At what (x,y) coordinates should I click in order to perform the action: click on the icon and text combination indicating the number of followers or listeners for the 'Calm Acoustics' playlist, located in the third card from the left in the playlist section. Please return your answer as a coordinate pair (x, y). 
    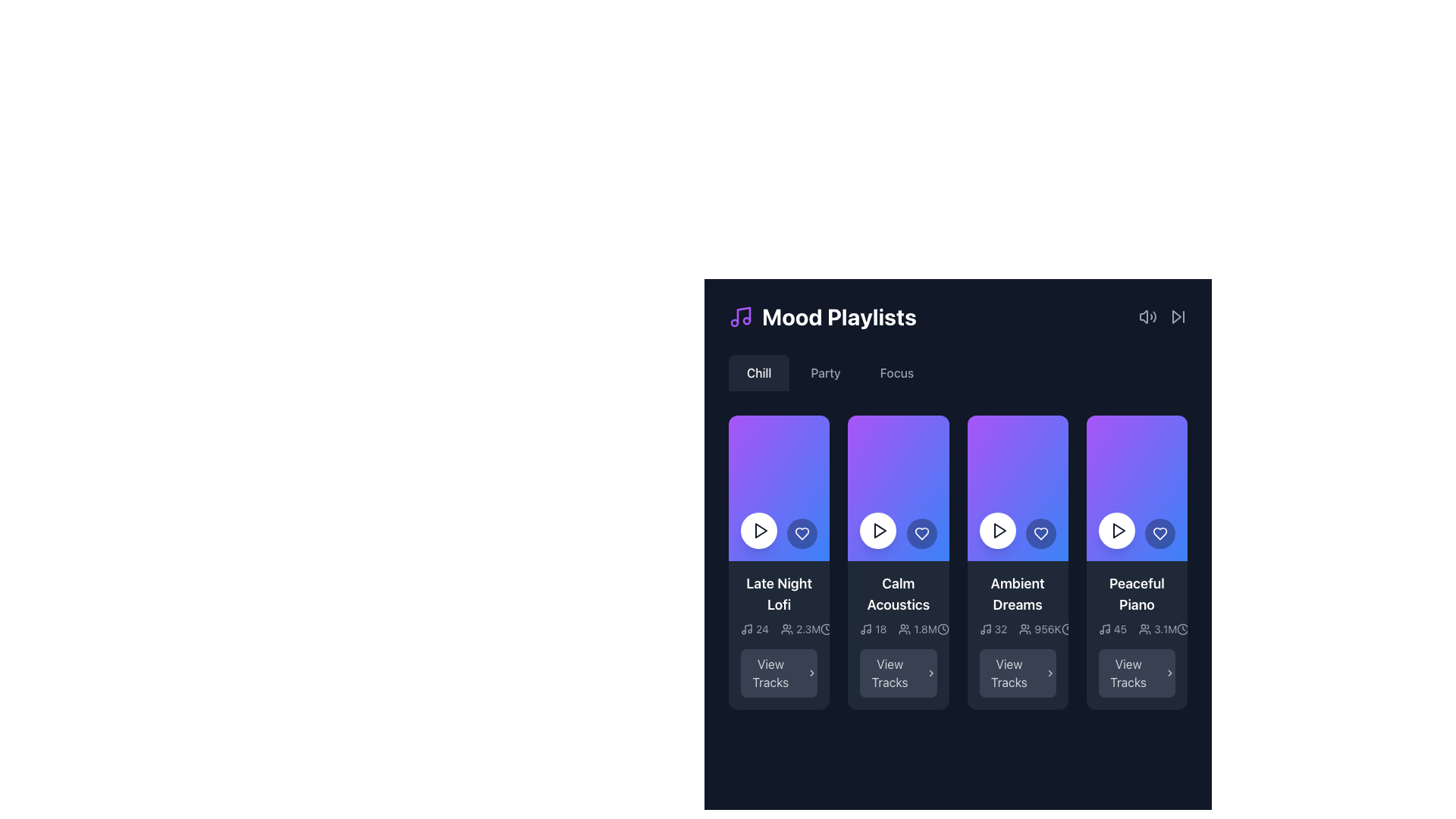
    Looking at the image, I should click on (917, 629).